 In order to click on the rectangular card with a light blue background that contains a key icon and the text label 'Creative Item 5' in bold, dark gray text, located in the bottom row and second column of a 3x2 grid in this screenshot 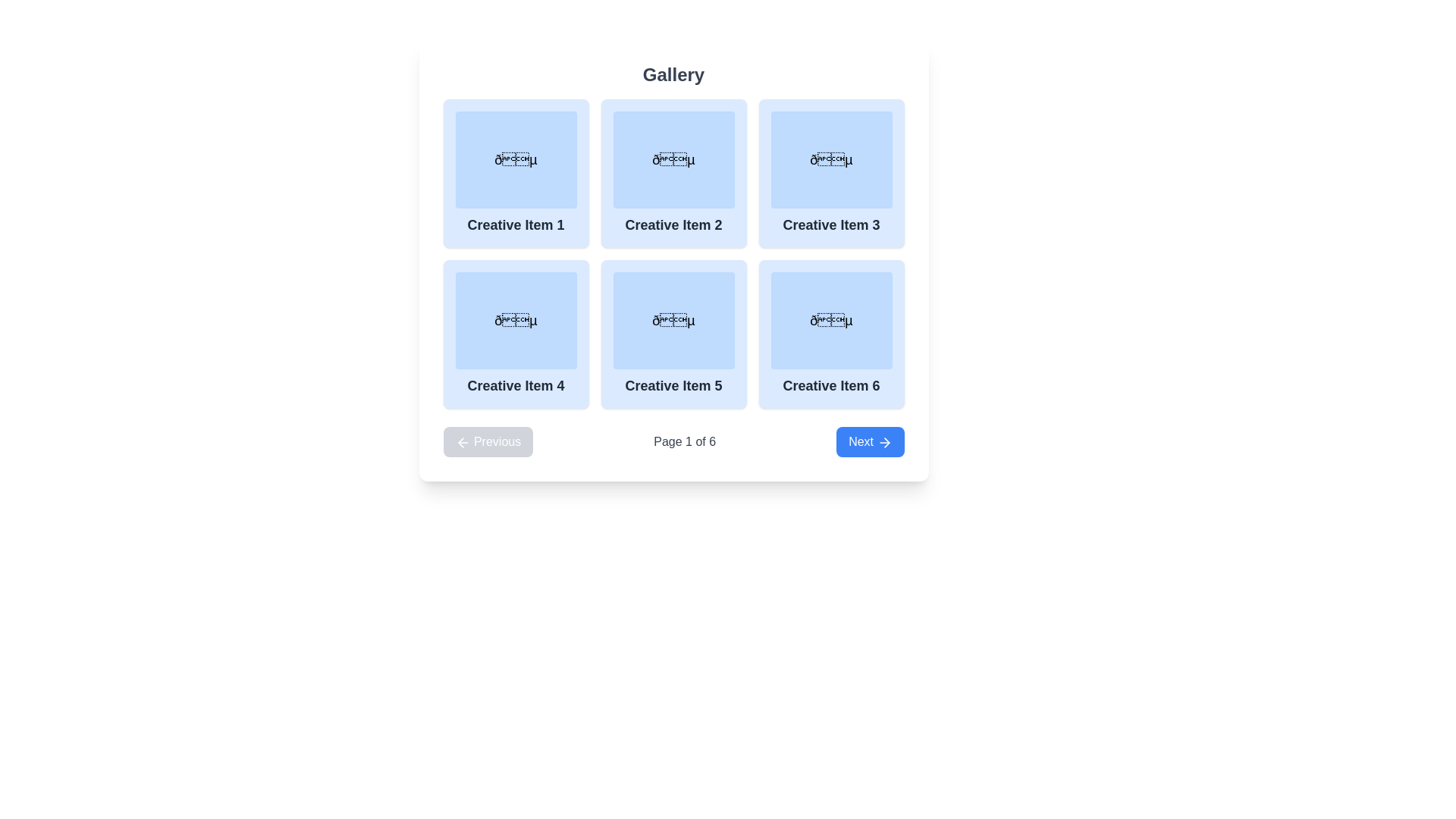, I will do `click(673, 333)`.